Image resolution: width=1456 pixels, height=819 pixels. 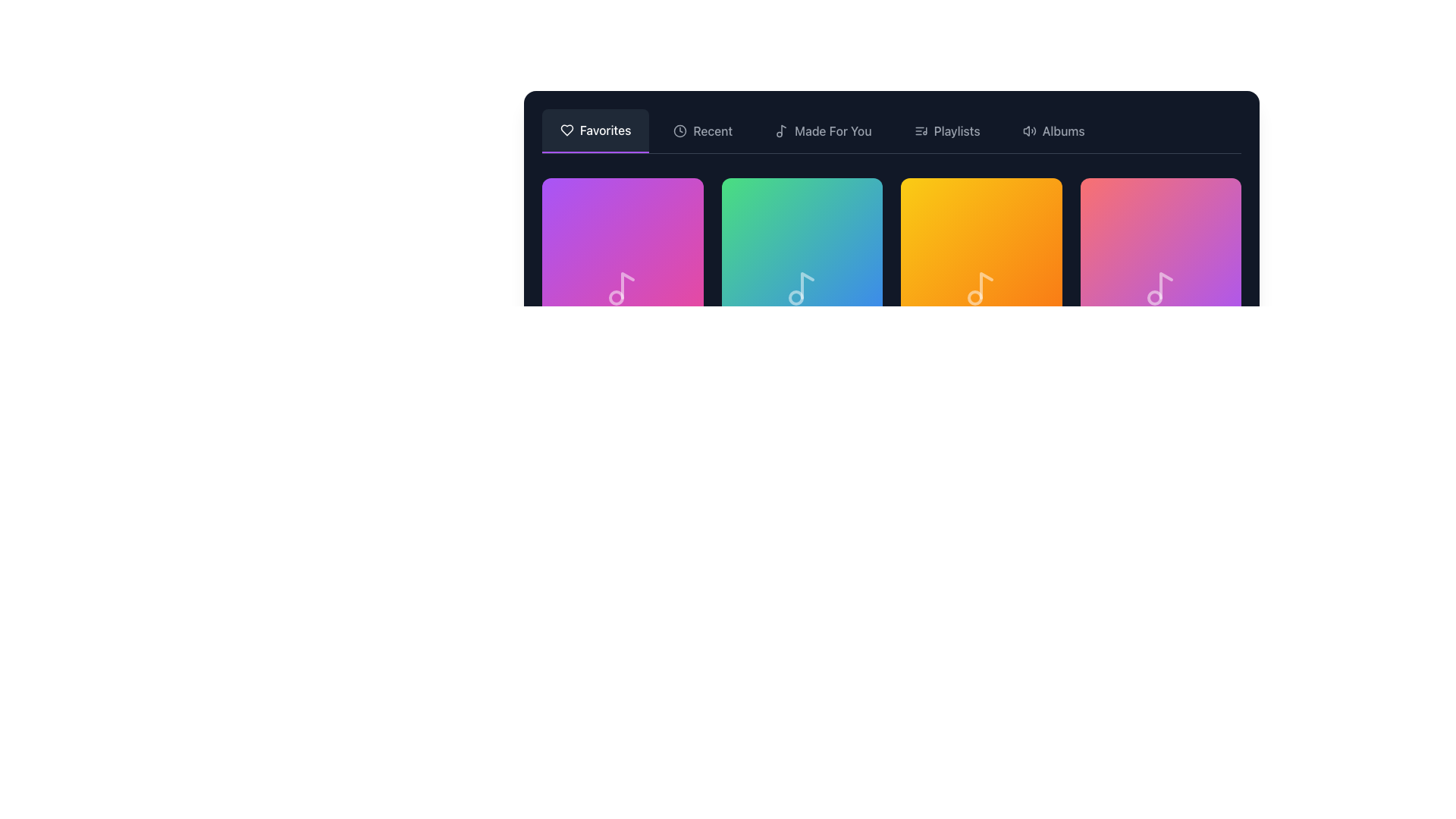 I want to click on the musical note icon, which is styled with a white color against an orange background, located in the third card of a horizontal card list under the navigation menu, so click(x=981, y=289).